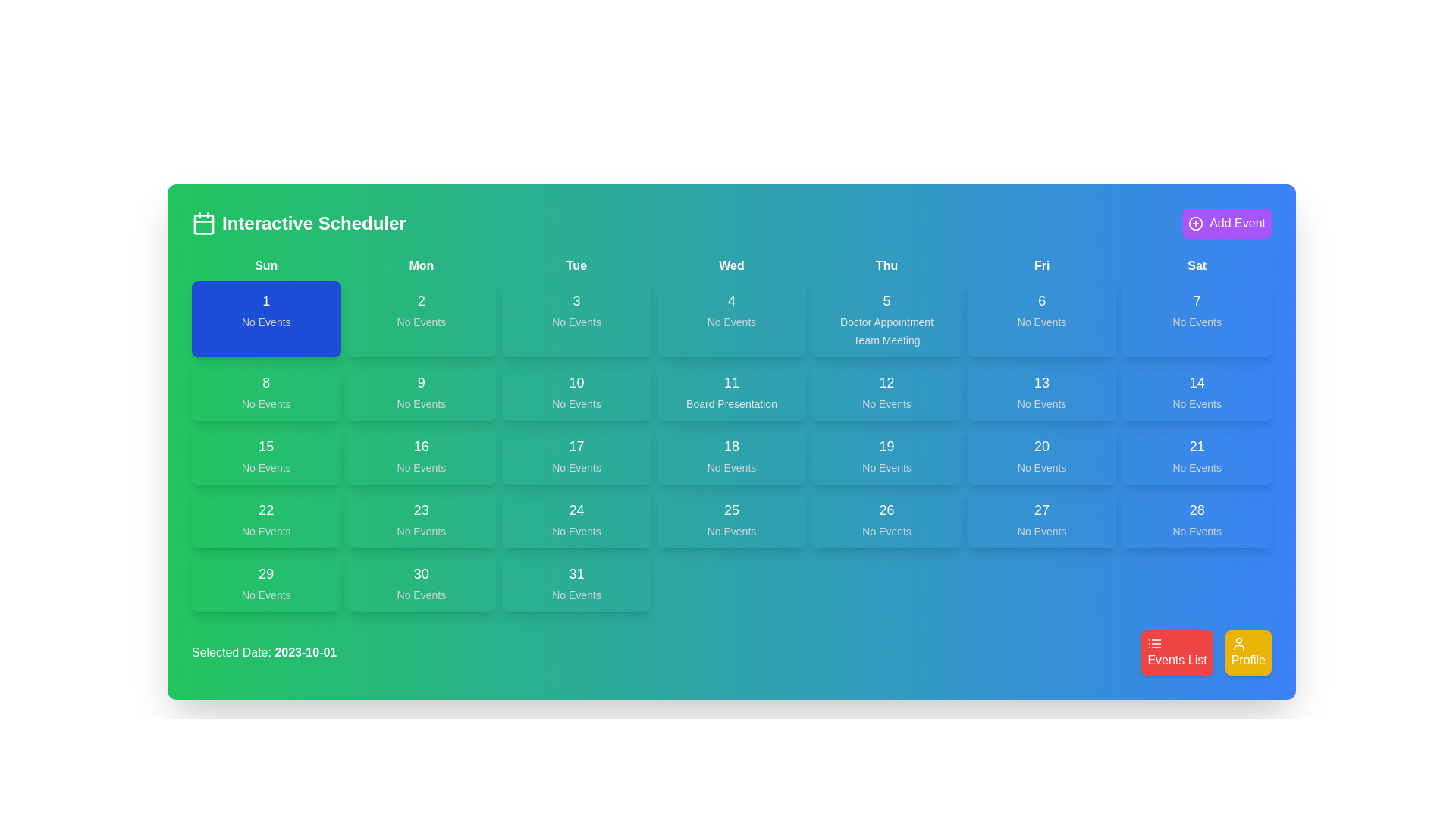 This screenshot has height=819, width=1456. Describe the element at coordinates (886, 382) in the screenshot. I see `the displayed number '12' in the Text label located in the grid cell for 'Thursday, 12th', positioned in the 4th column and 2nd row of the calendar layout` at that location.